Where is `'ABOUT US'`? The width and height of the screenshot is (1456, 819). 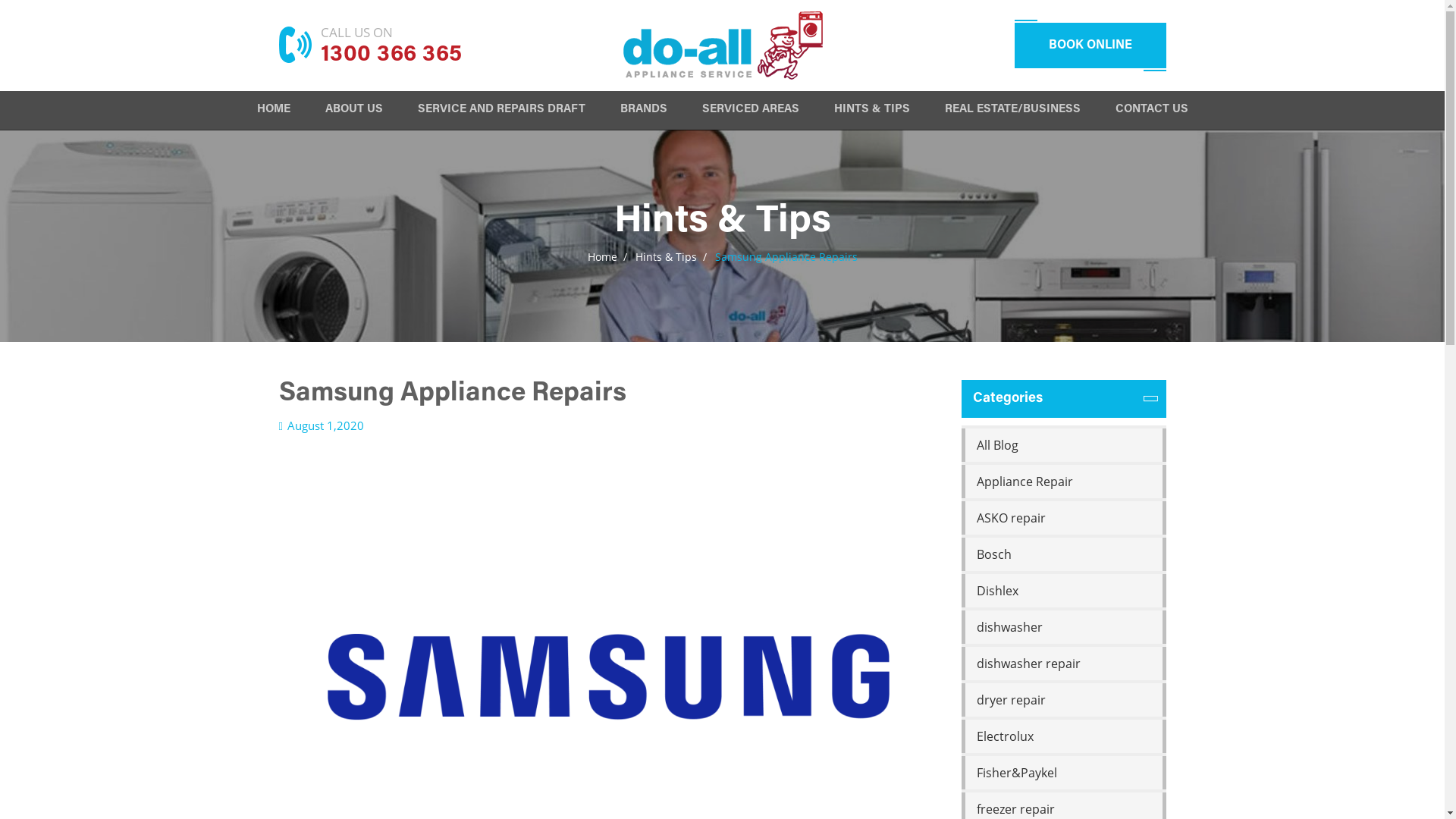 'ABOUT US' is located at coordinates (352, 111).